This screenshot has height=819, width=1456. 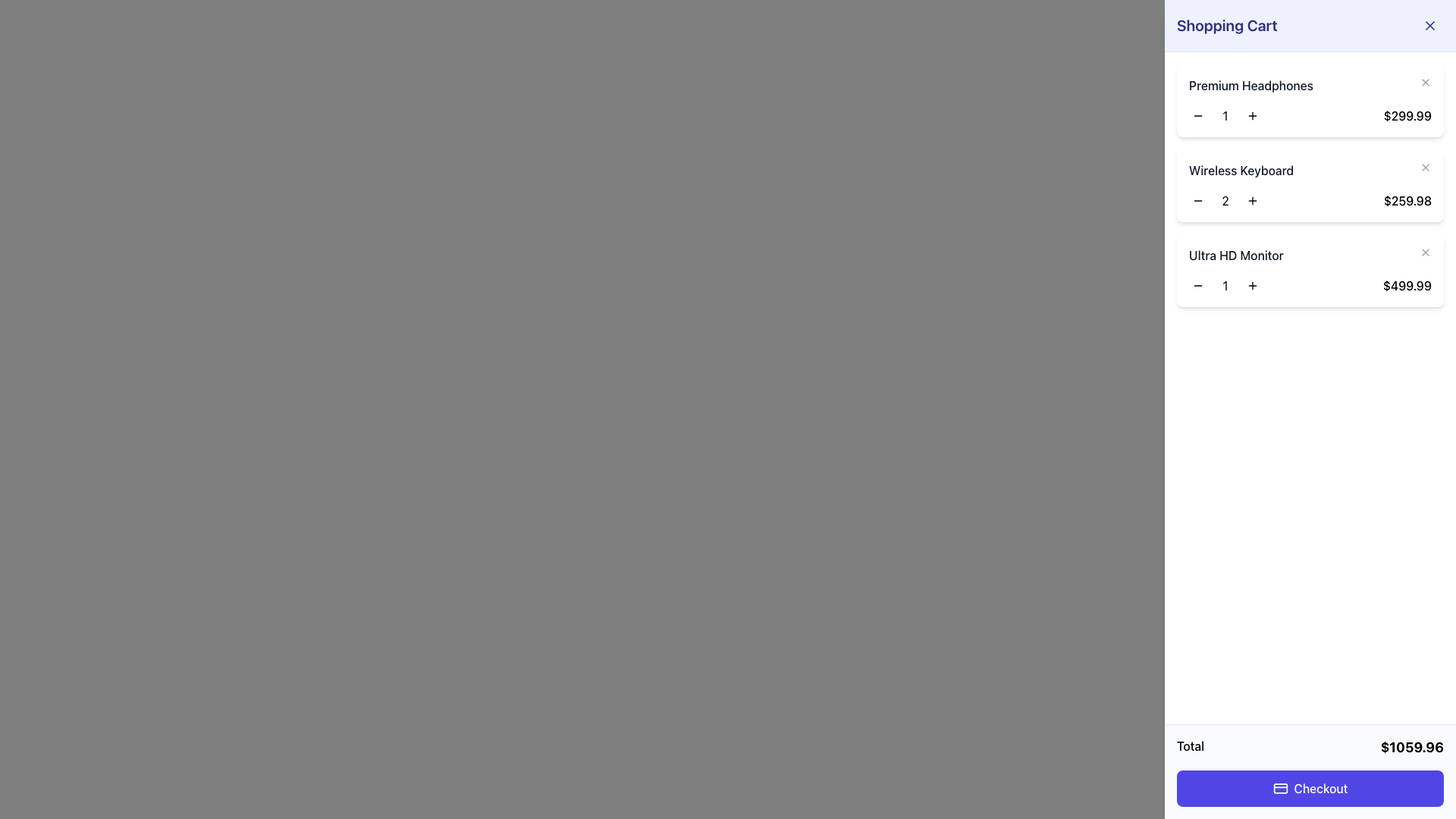 What do you see at coordinates (1252, 200) in the screenshot?
I see `the increment button to increase the quantity of the 'Wireless Keyboard' item in the shopping cart, located near the quantity indicator (number '2') and adjacent to the decrement button ('−')` at bounding box center [1252, 200].